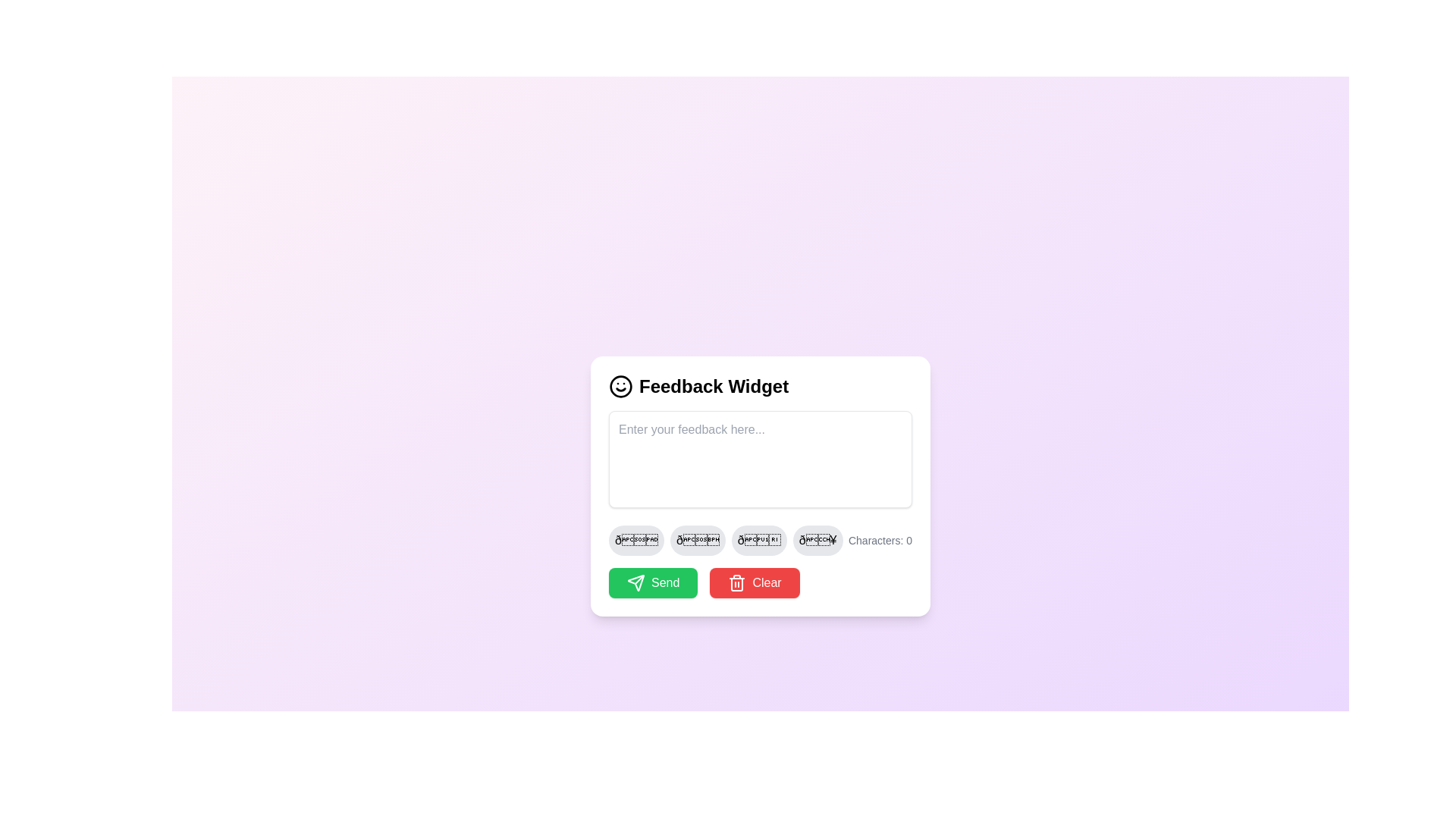 The width and height of the screenshot is (1456, 819). What do you see at coordinates (767, 582) in the screenshot?
I see `the 'Clear' button located in the bottom-right corner of the 'Feedback Widget' card` at bounding box center [767, 582].